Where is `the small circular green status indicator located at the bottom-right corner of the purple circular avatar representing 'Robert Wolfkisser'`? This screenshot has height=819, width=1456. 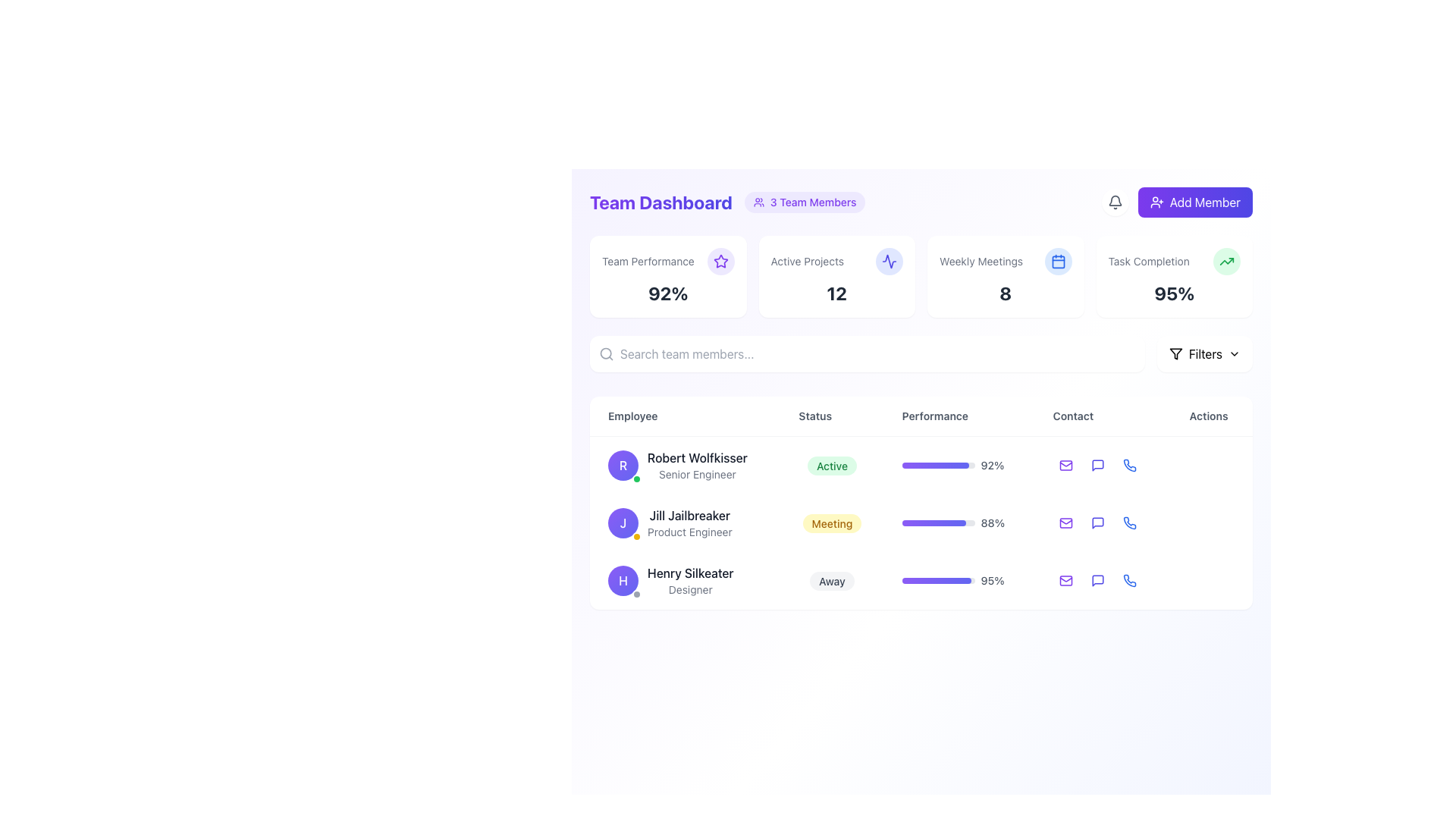 the small circular green status indicator located at the bottom-right corner of the purple circular avatar representing 'Robert Wolfkisser' is located at coordinates (637, 479).